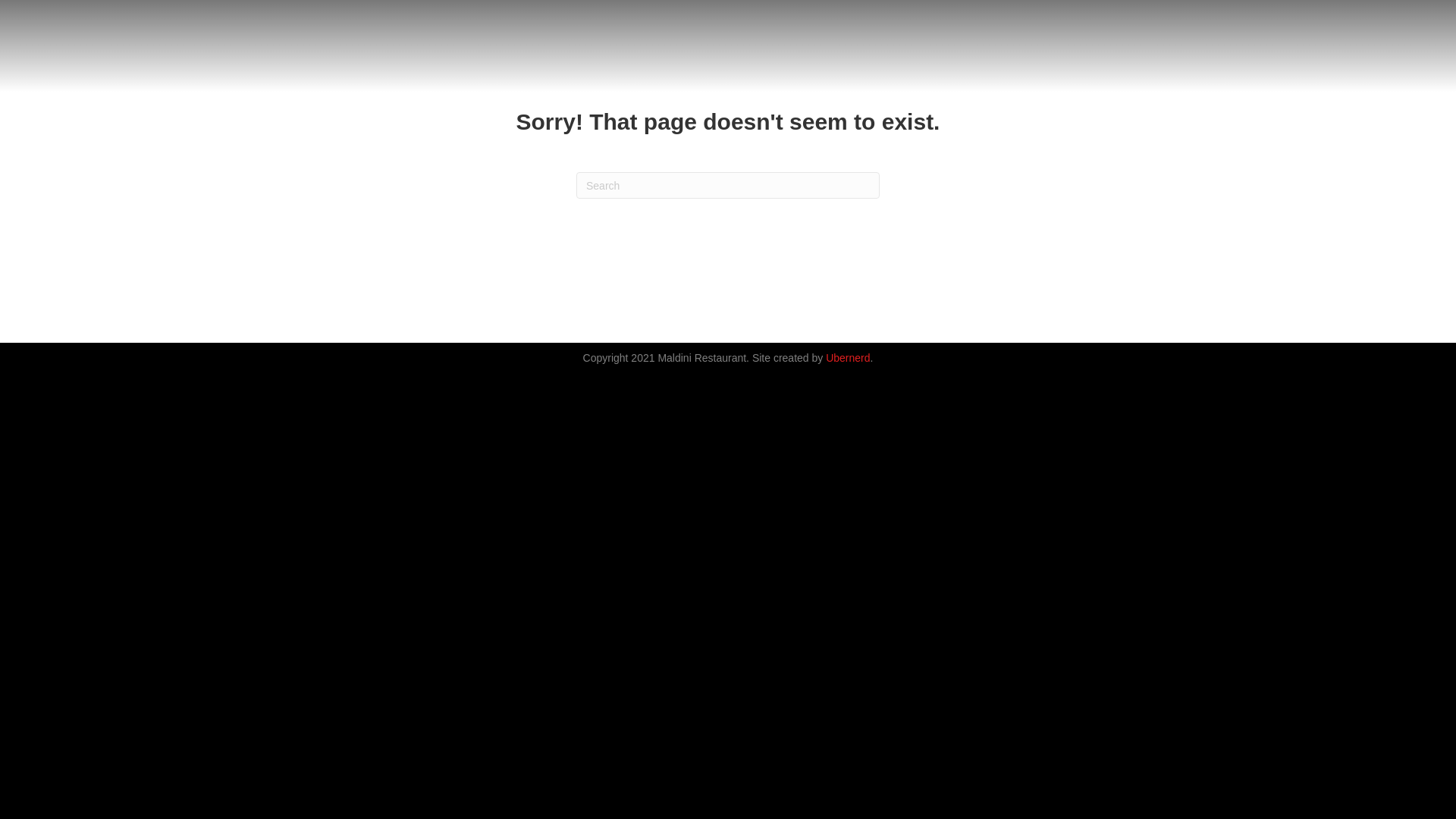  Describe the element at coordinates (872, 357) in the screenshot. I see `'.'` at that location.